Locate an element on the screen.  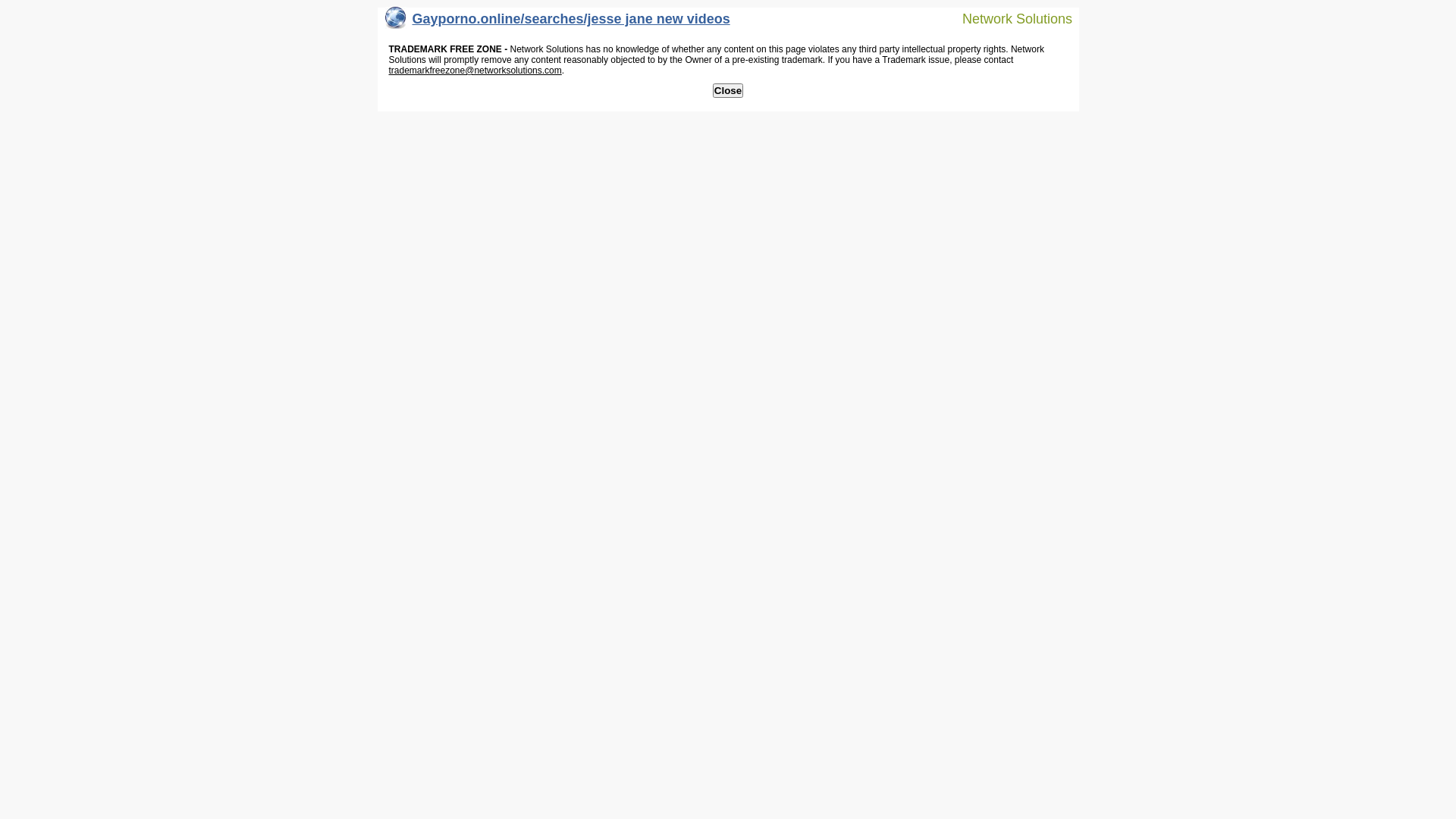
'Close' is located at coordinates (728, 90).